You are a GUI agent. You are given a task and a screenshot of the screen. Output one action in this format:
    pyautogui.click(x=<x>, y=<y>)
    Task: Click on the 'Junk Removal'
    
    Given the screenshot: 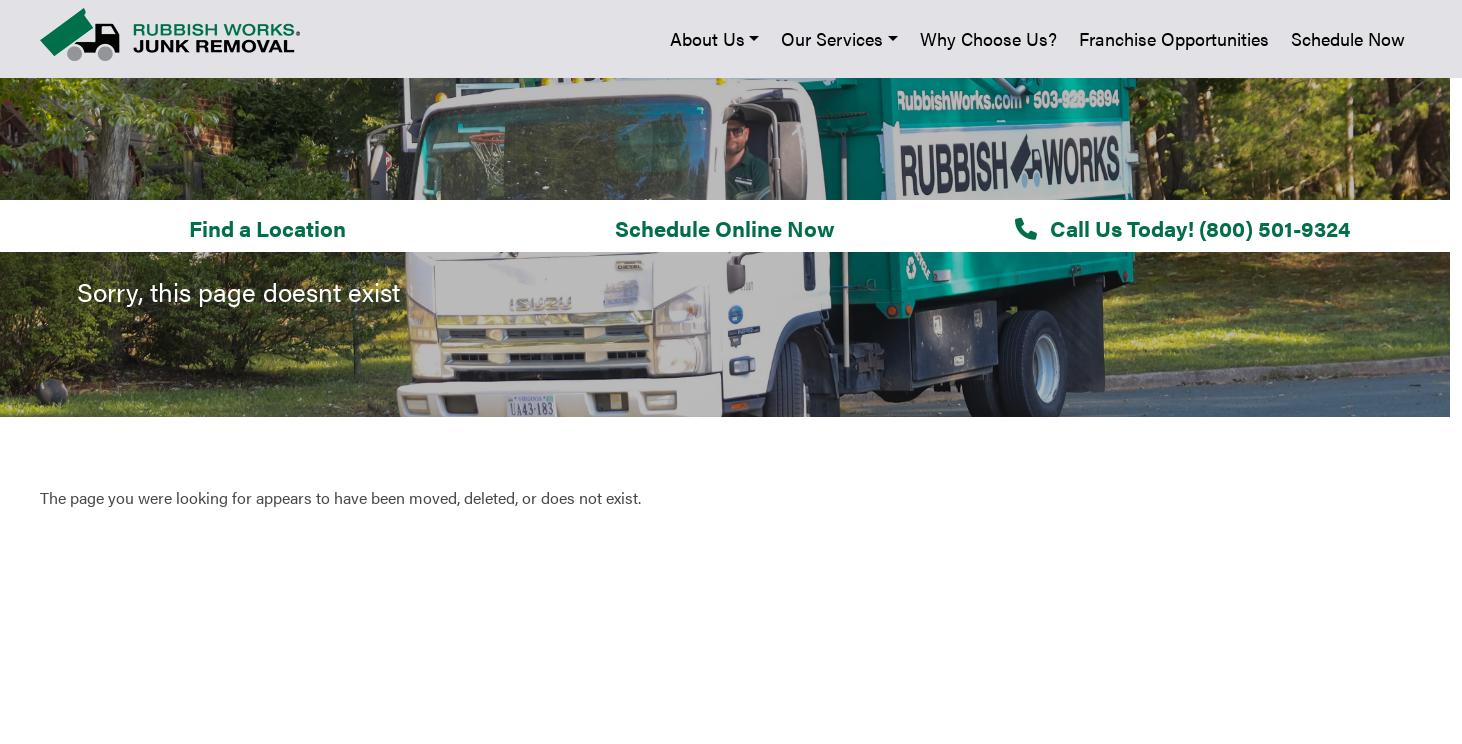 What is the action you would take?
    pyautogui.click(x=513, y=268)
    